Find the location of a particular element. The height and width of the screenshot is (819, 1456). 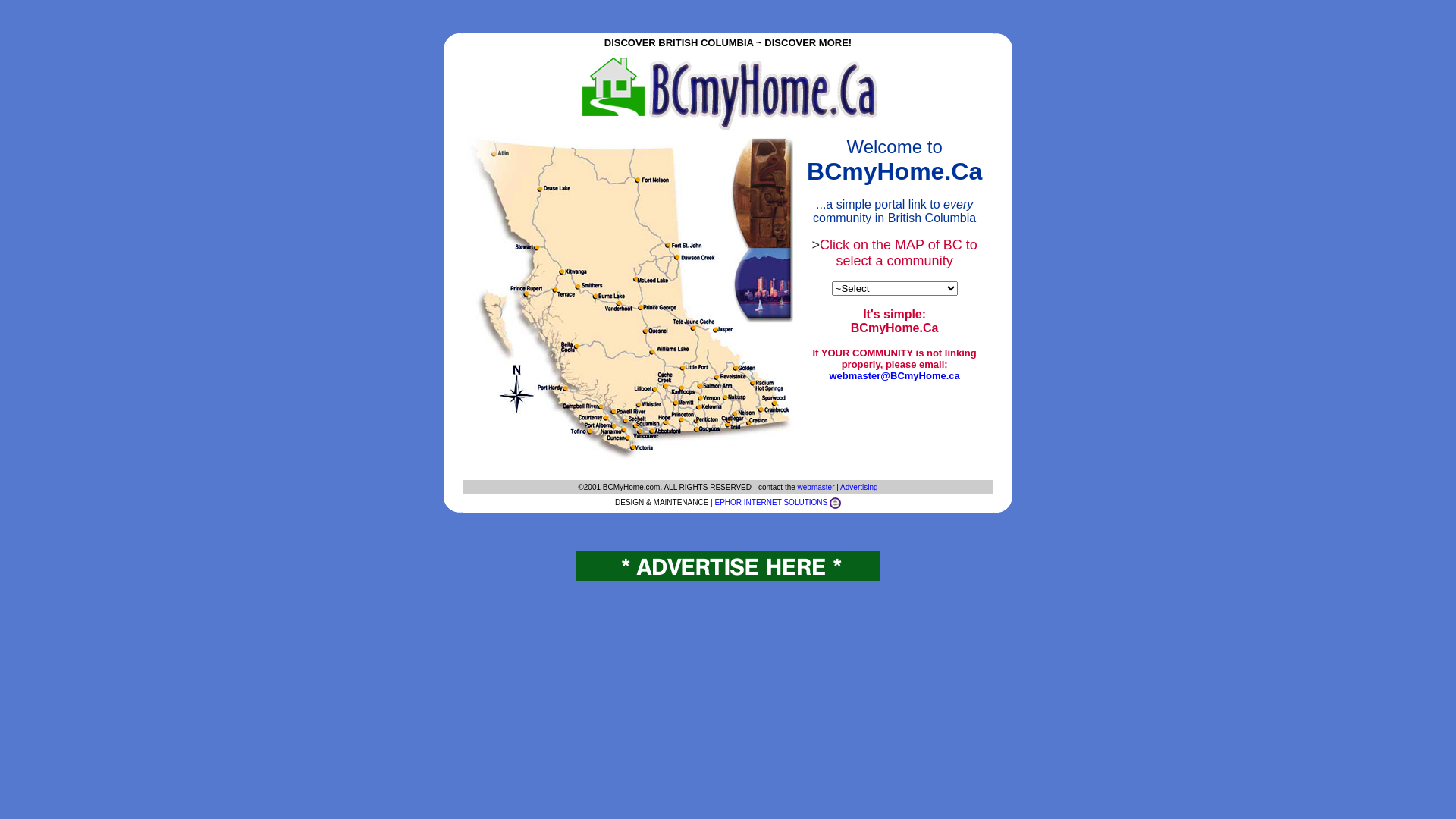

'webmaster@BCmyHome.ca' is located at coordinates (894, 375).